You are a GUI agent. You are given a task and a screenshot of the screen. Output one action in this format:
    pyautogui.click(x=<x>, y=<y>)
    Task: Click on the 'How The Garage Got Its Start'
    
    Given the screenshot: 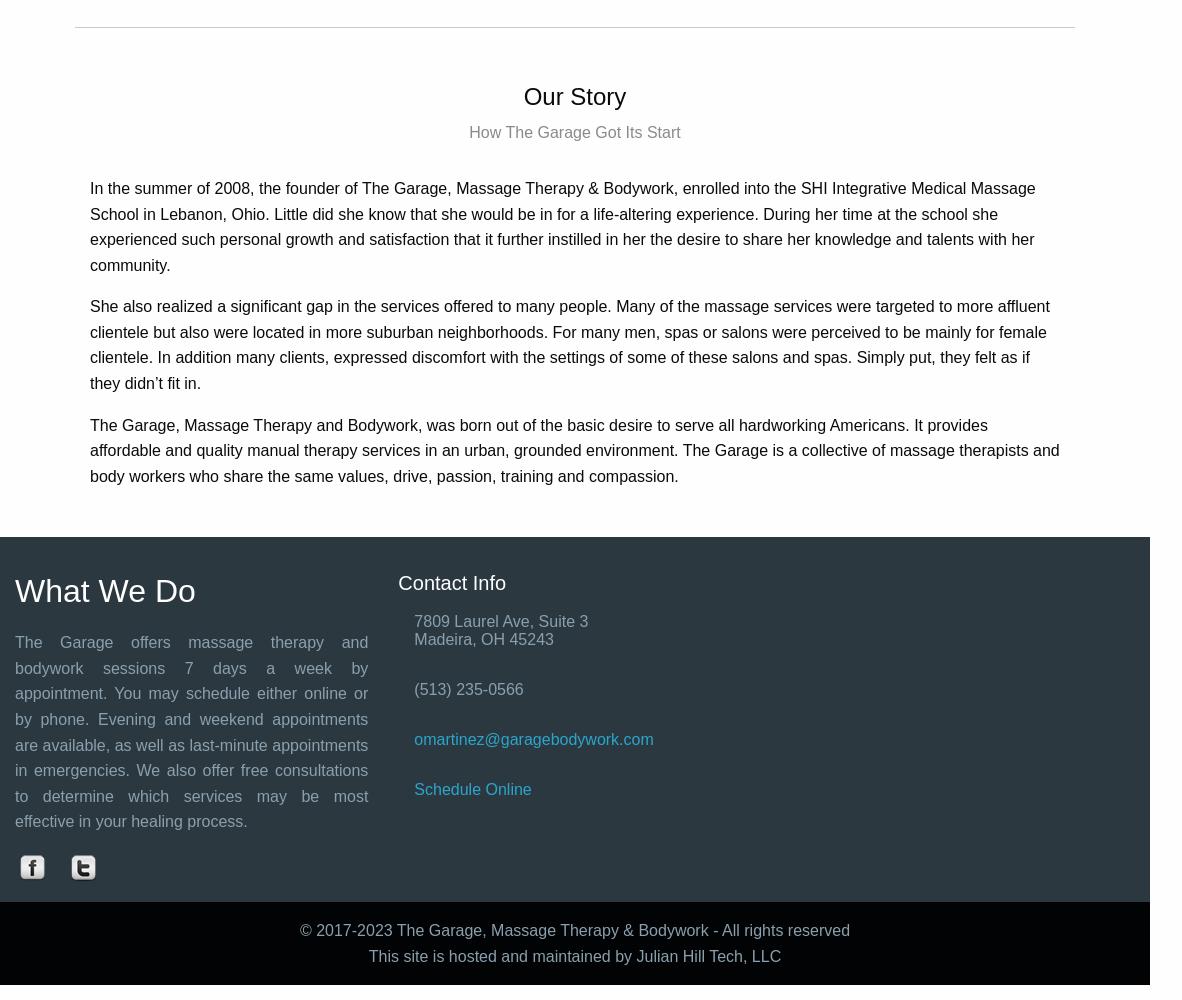 What is the action you would take?
    pyautogui.click(x=574, y=131)
    